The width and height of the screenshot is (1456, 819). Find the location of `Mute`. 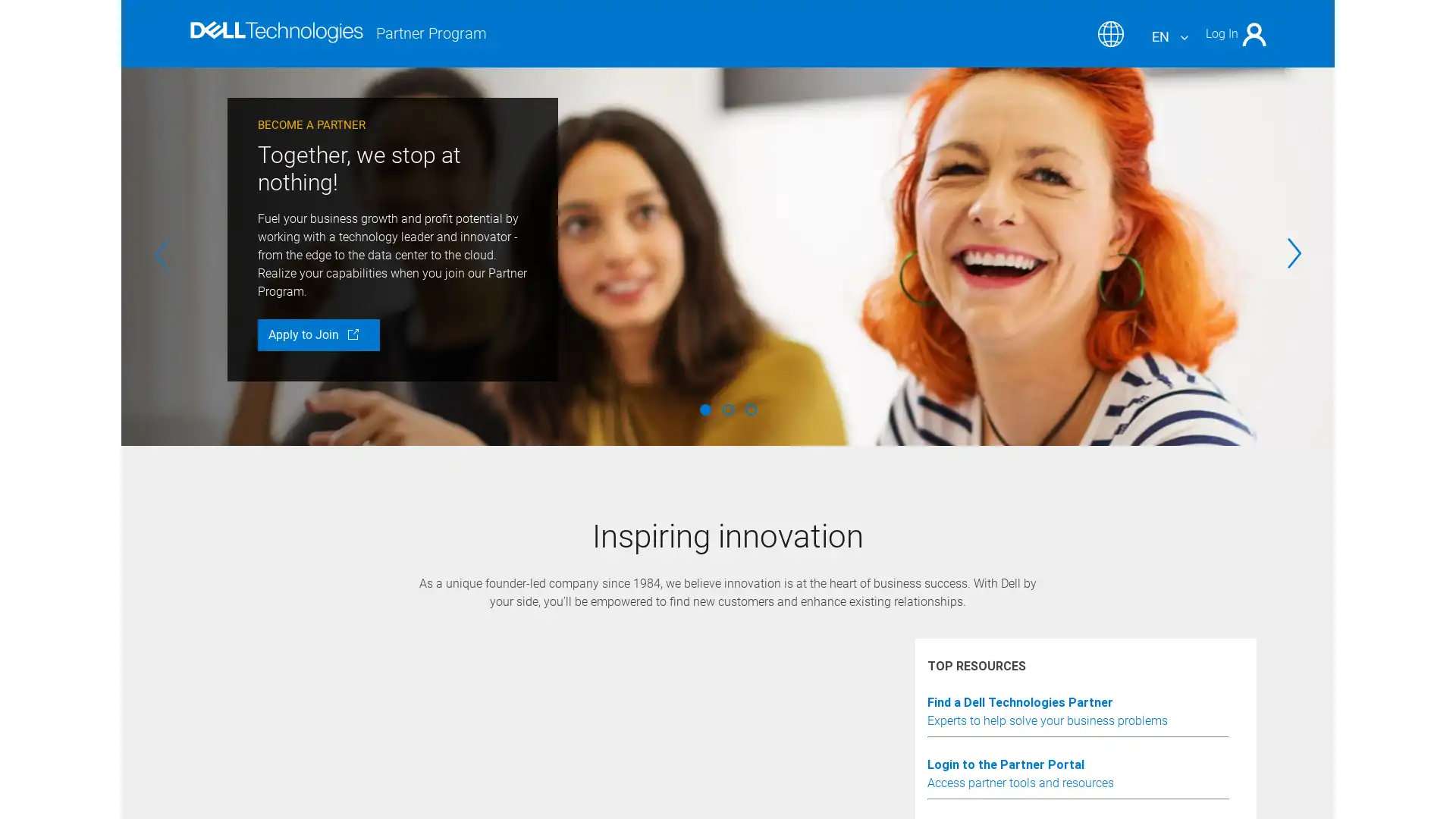

Mute is located at coordinates (309, 686).